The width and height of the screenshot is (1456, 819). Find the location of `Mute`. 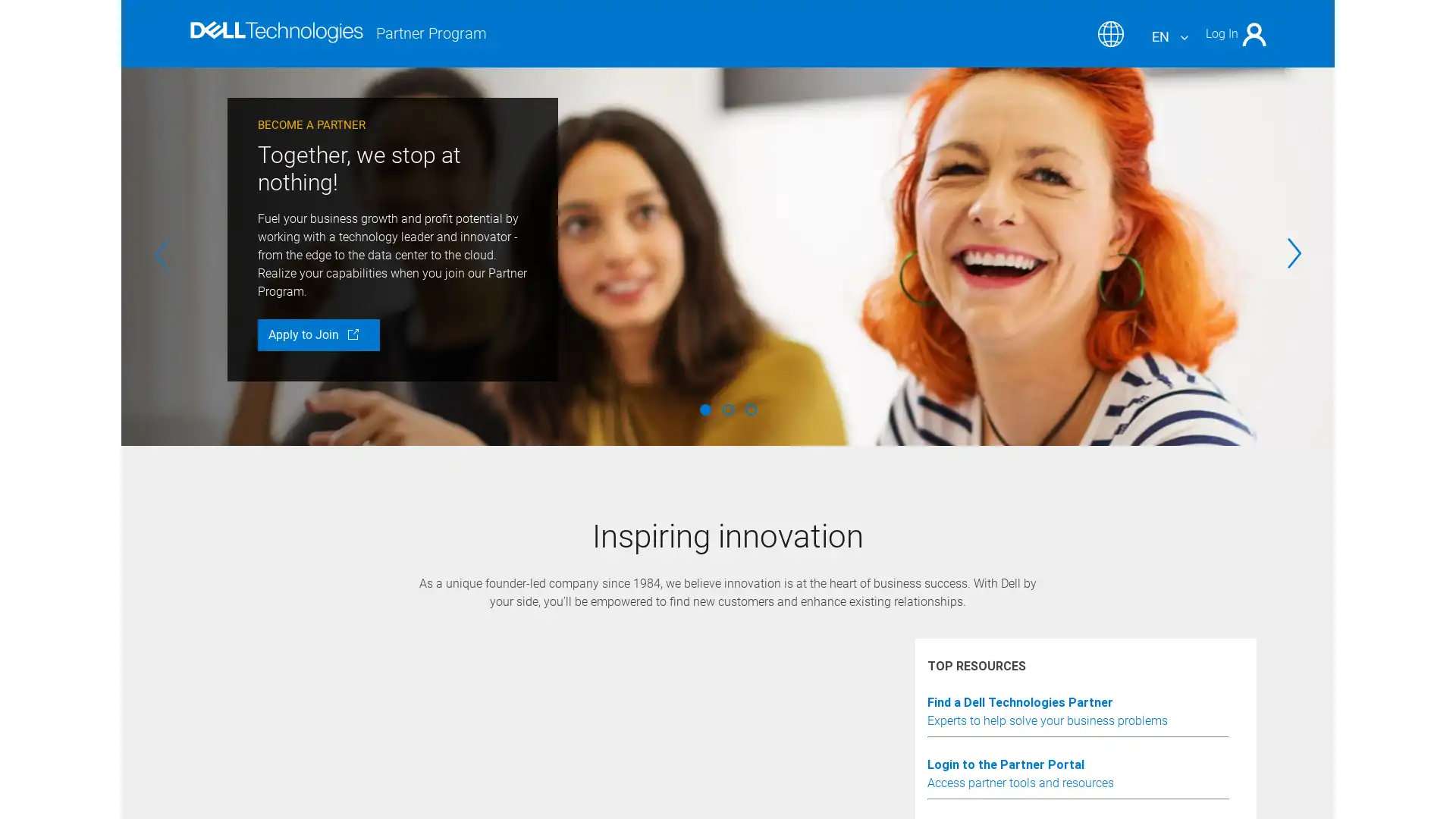

Mute is located at coordinates (309, 686).